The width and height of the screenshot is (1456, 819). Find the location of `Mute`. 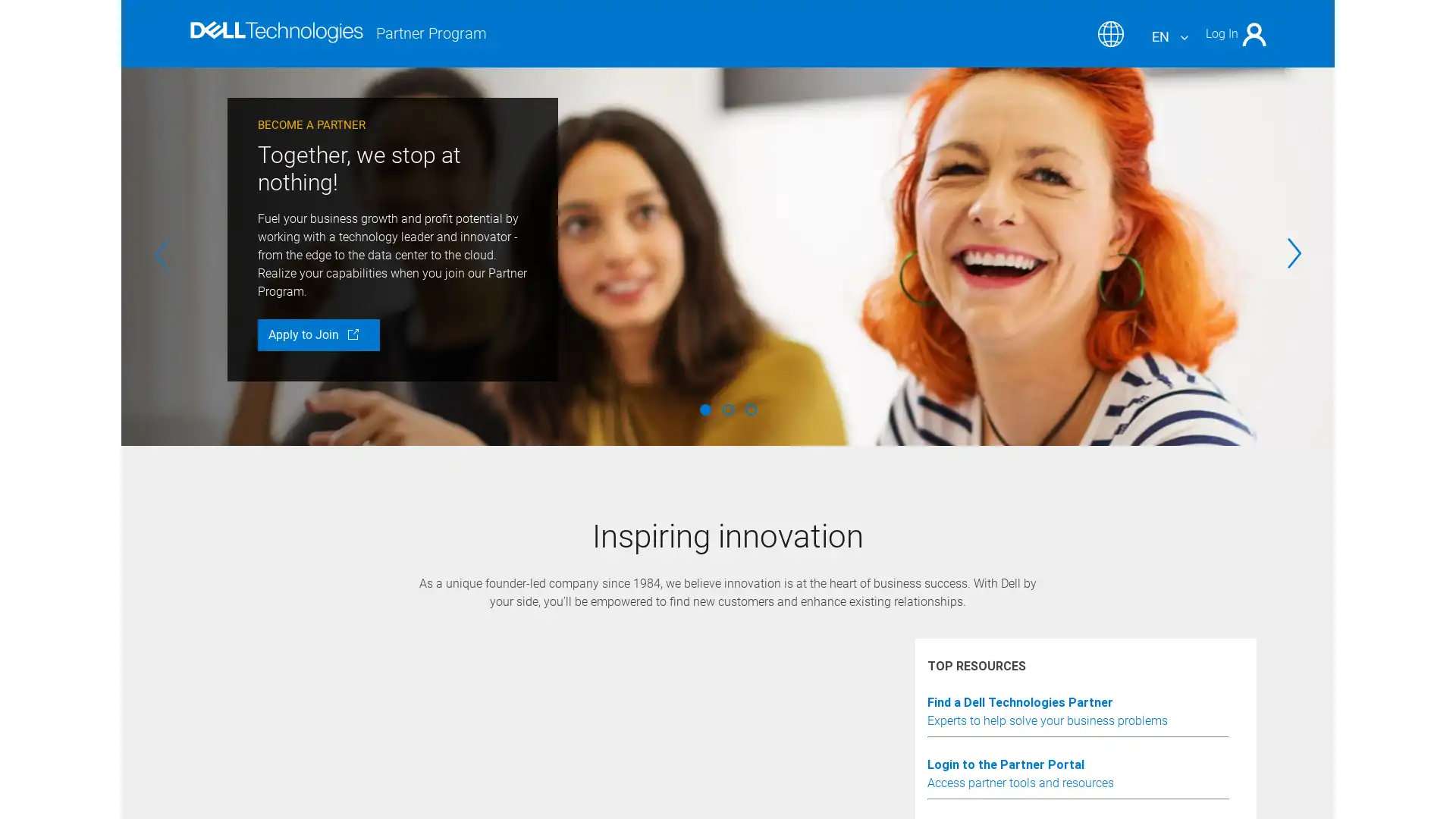

Mute is located at coordinates (309, 686).